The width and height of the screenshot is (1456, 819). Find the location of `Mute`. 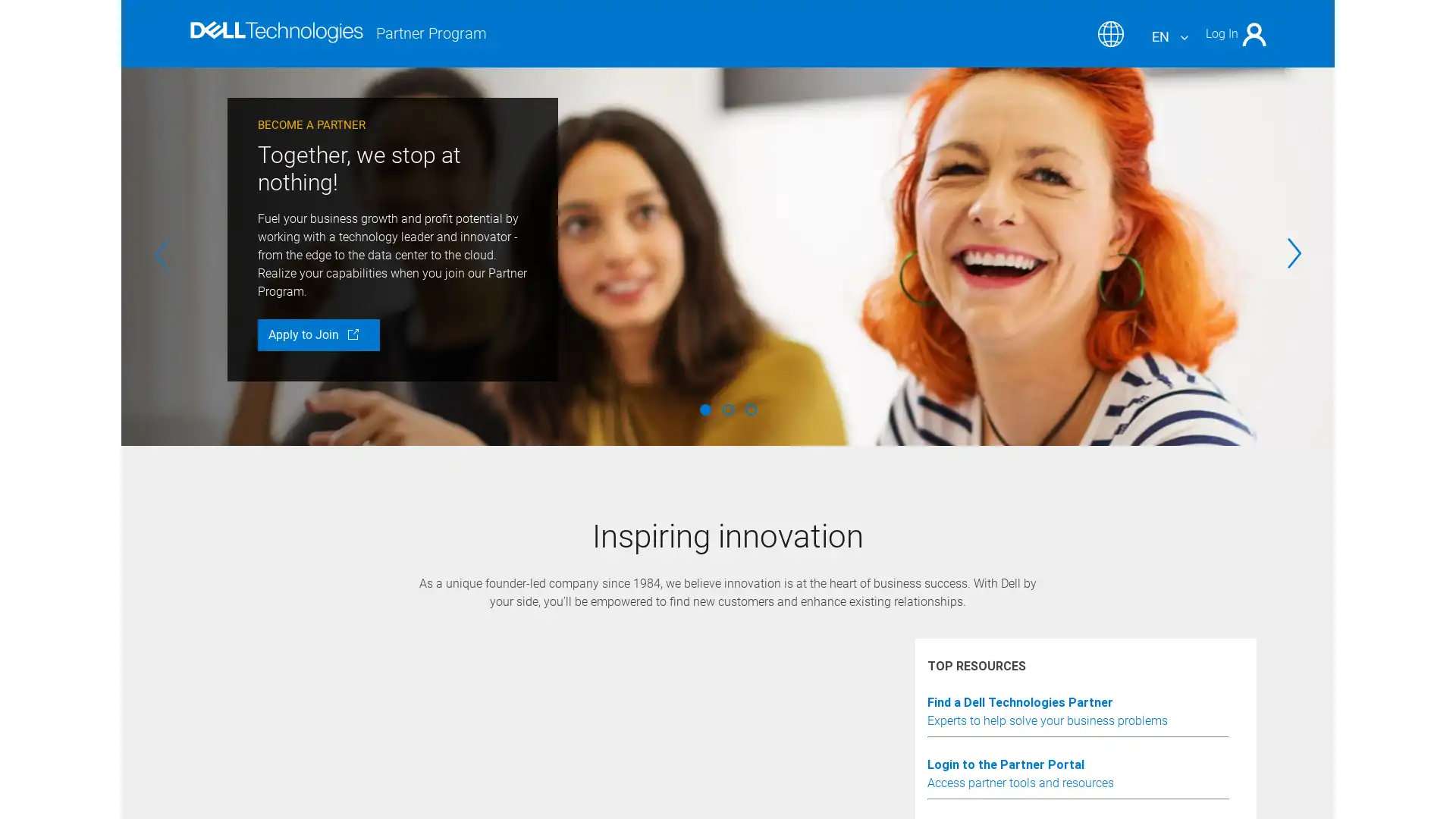

Mute is located at coordinates (309, 686).